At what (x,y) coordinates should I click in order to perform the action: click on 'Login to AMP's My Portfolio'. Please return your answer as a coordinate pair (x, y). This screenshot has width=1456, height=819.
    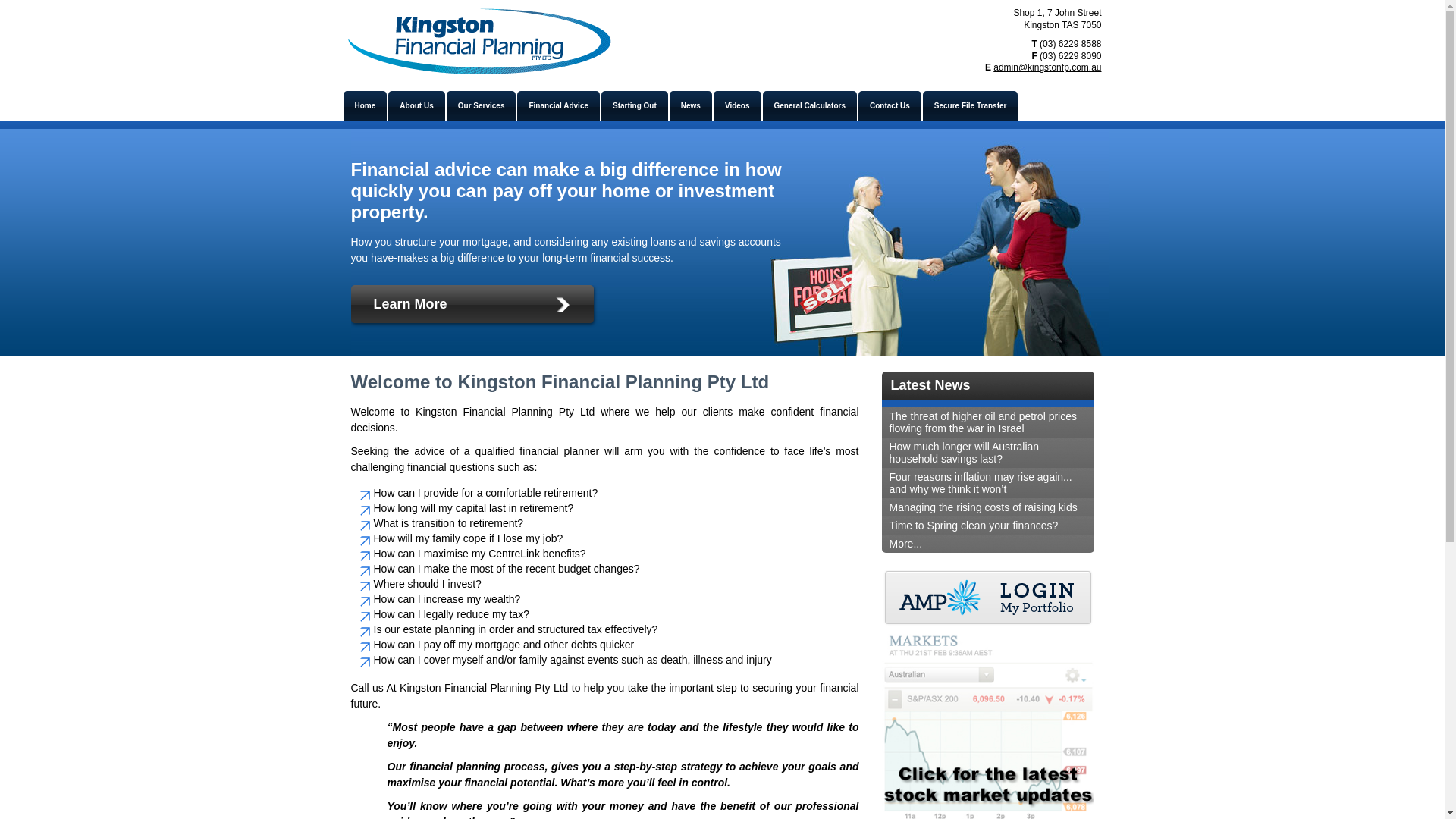
    Looking at the image, I should click on (987, 598).